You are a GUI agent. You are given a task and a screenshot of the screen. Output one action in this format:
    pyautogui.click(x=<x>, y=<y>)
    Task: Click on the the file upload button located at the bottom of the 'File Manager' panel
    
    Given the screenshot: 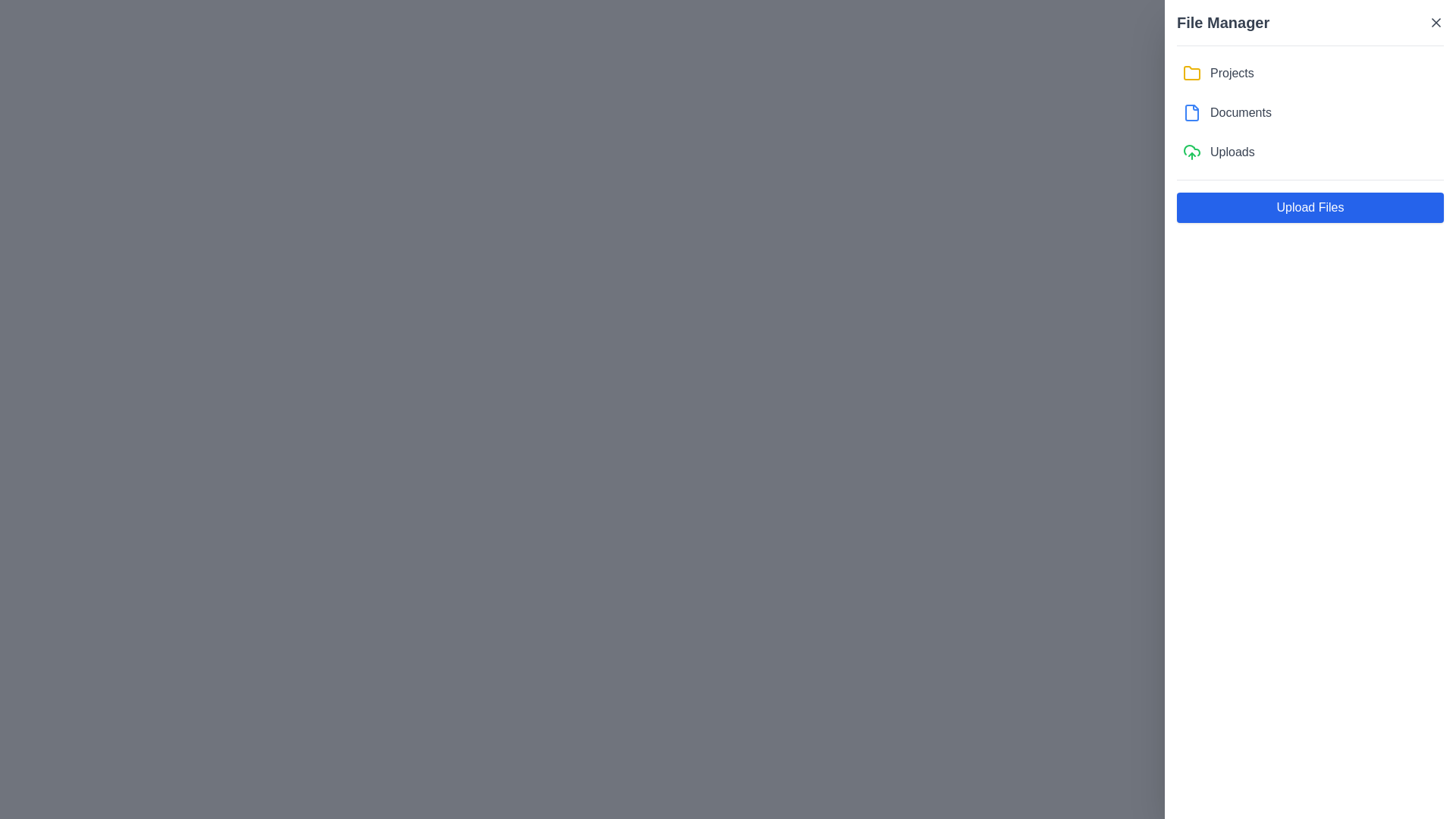 What is the action you would take?
    pyautogui.click(x=1310, y=207)
    